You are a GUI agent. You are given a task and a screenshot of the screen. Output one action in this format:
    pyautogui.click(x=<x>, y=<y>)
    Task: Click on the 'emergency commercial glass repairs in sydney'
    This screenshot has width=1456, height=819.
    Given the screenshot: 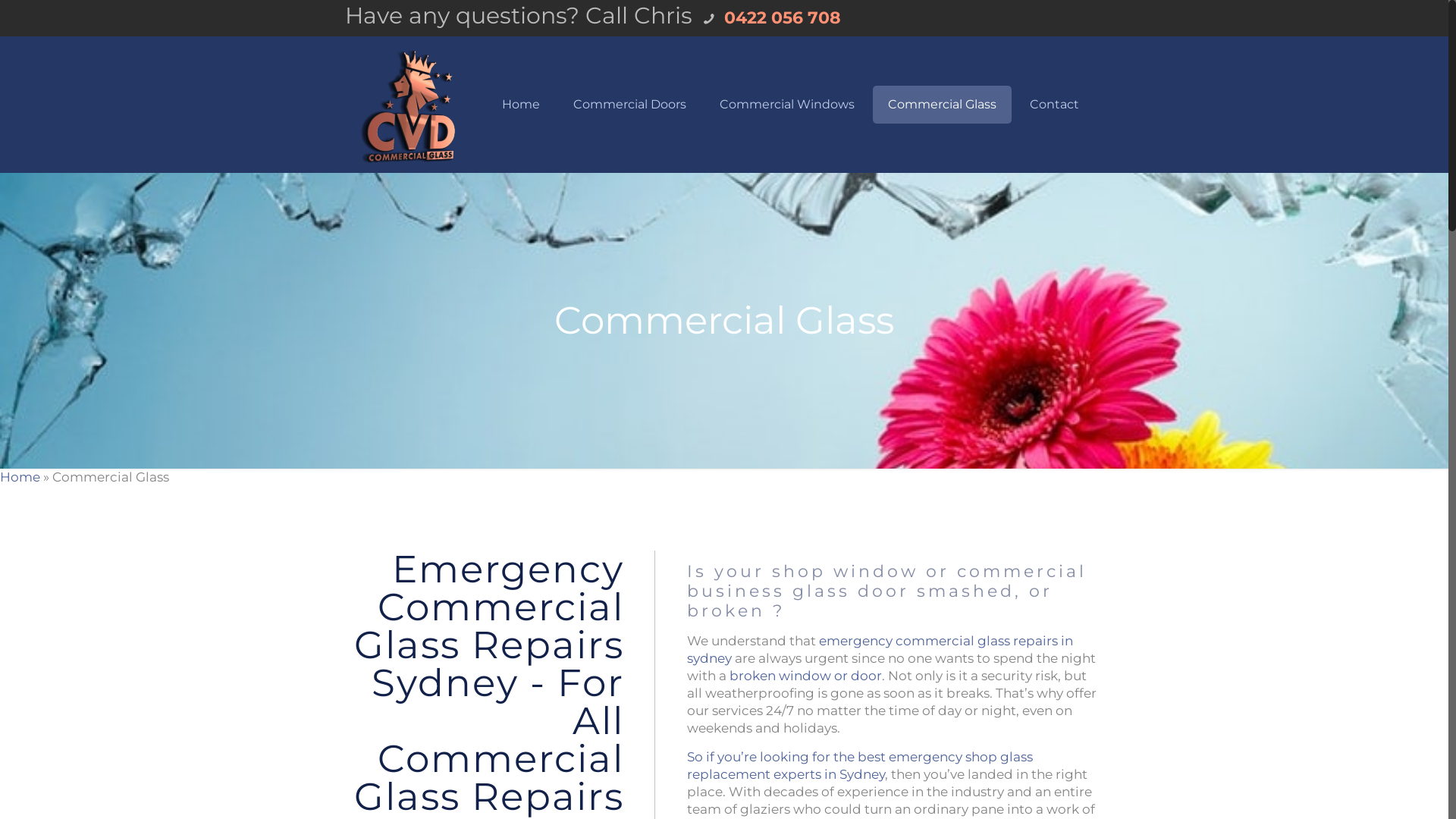 What is the action you would take?
    pyautogui.click(x=880, y=648)
    